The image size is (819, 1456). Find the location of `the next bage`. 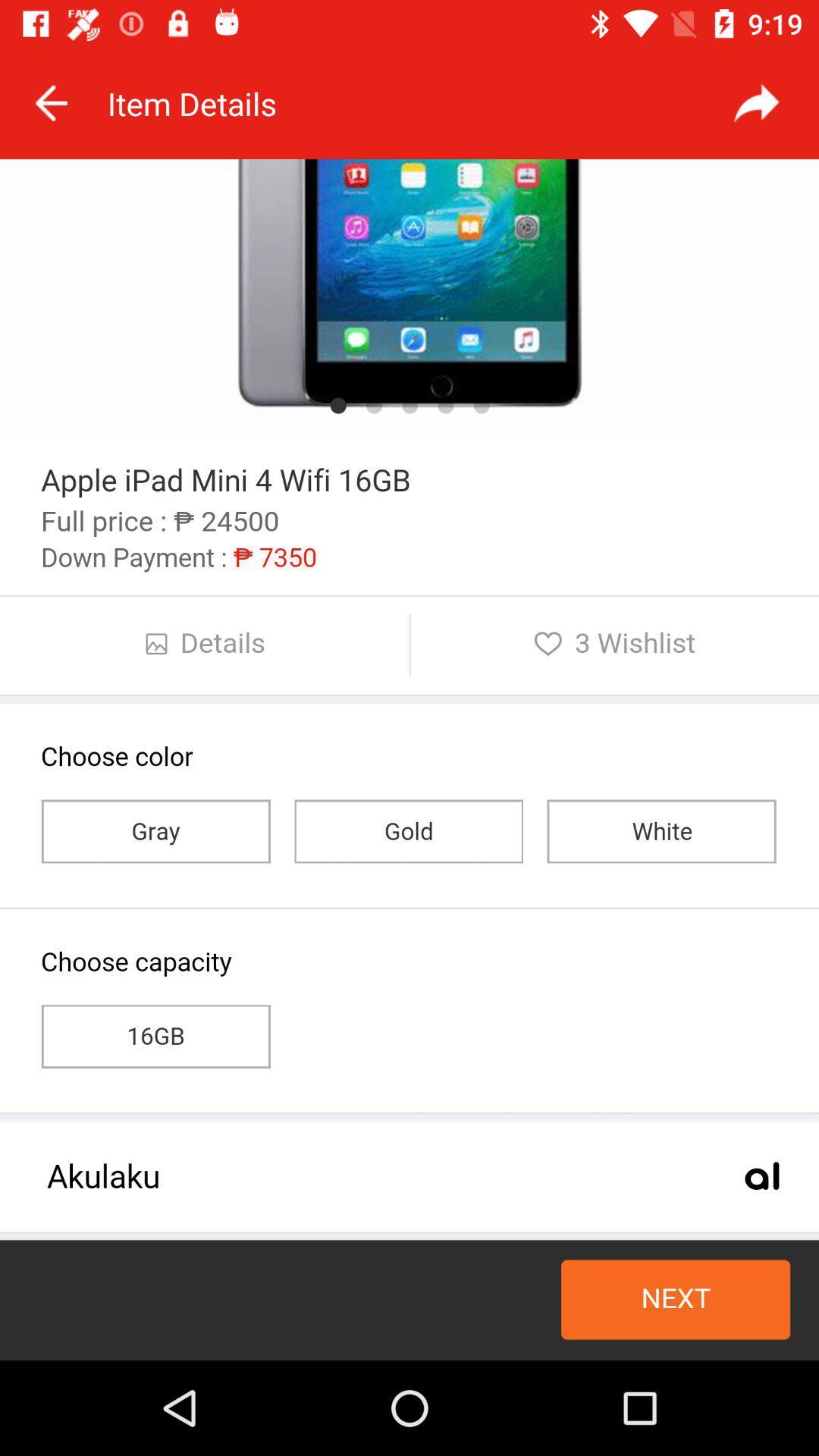

the next bage is located at coordinates (756, 102).